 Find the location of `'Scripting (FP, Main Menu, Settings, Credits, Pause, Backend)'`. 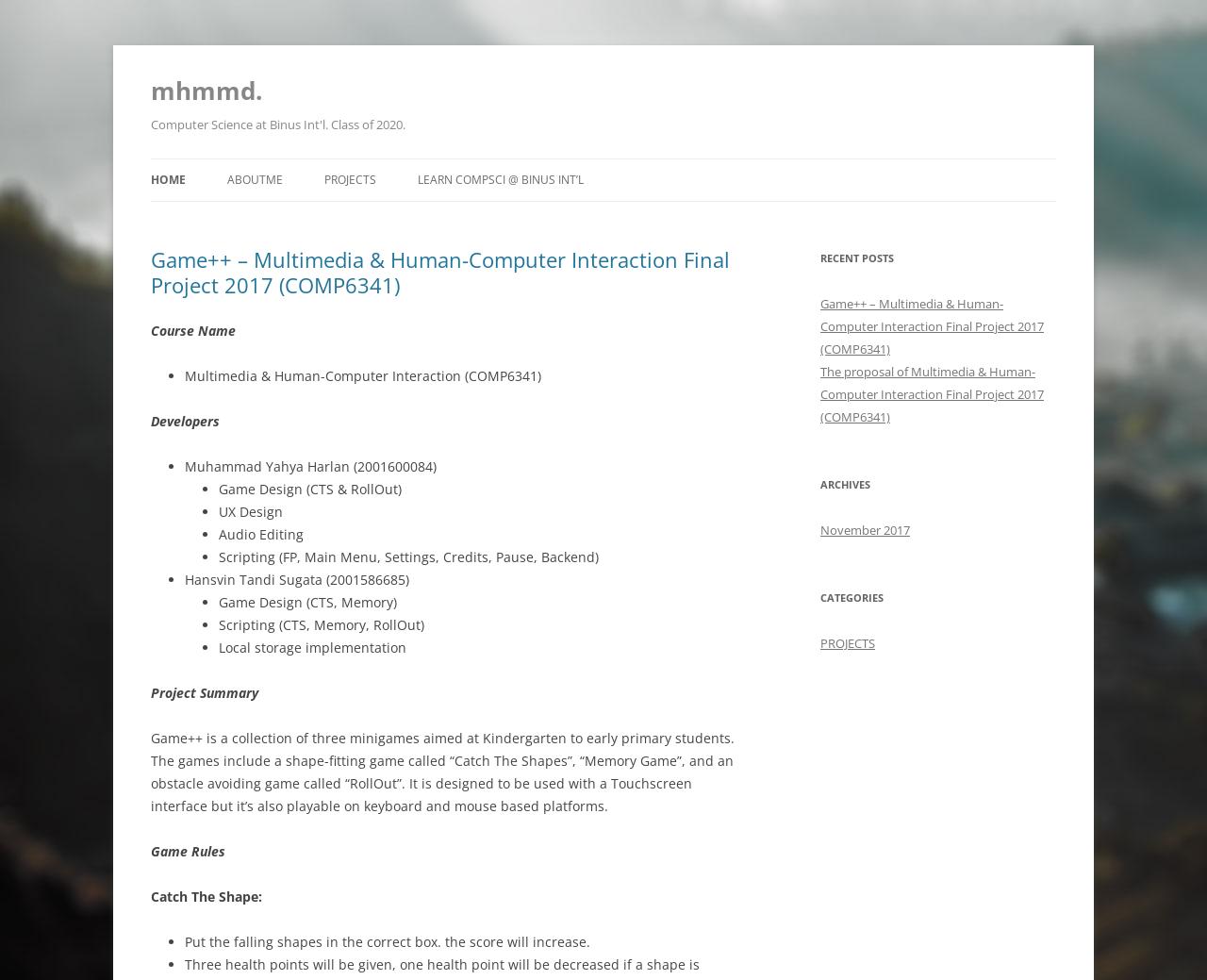

'Scripting (FP, Main Menu, Settings, Credits, Pause, Backend)' is located at coordinates (407, 556).